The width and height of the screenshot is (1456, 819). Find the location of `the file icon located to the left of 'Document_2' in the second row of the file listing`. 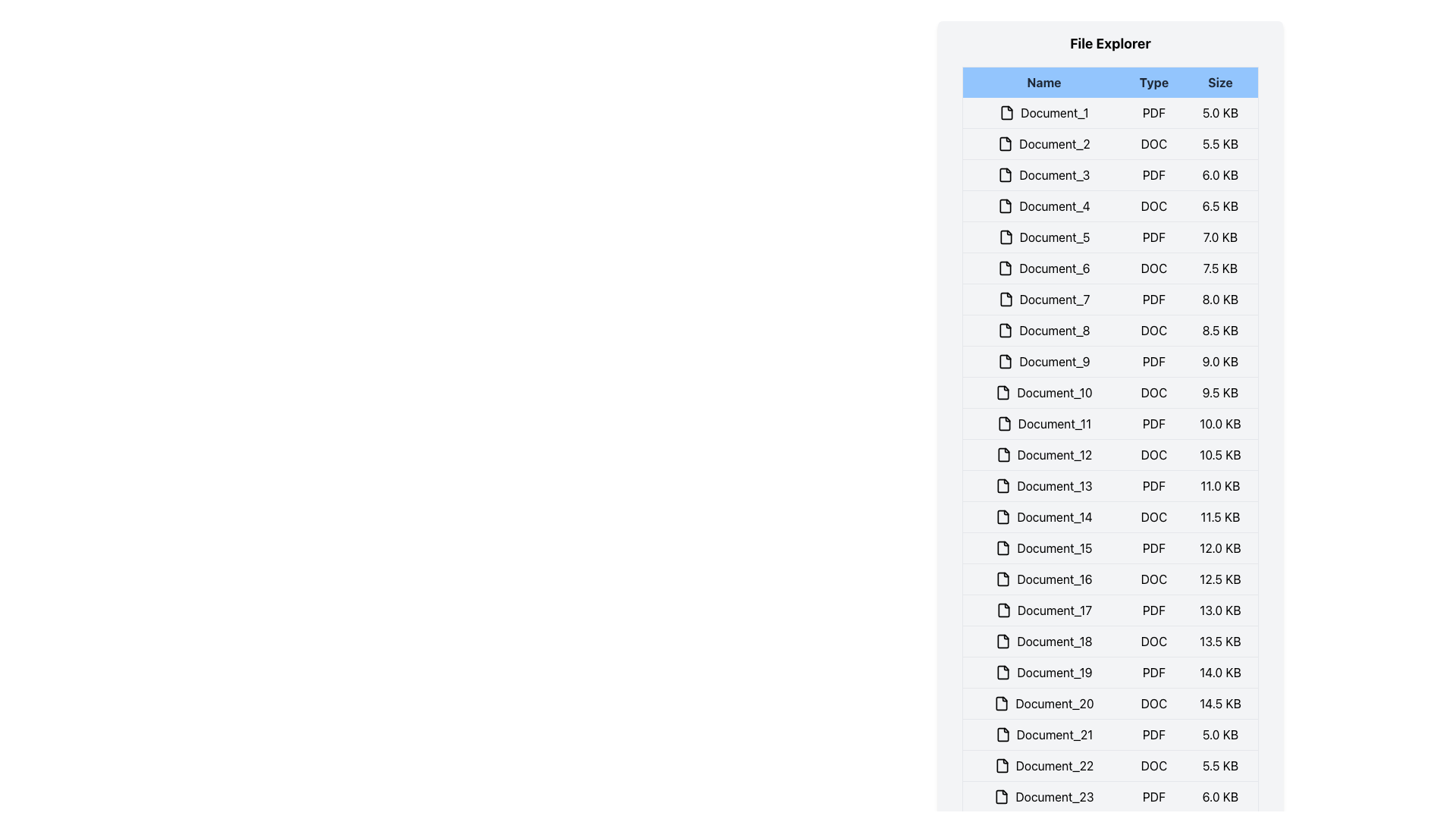

the file icon located to the left of 'Document_2' in the second row of the file listing is located at coordinates (1006, 143).